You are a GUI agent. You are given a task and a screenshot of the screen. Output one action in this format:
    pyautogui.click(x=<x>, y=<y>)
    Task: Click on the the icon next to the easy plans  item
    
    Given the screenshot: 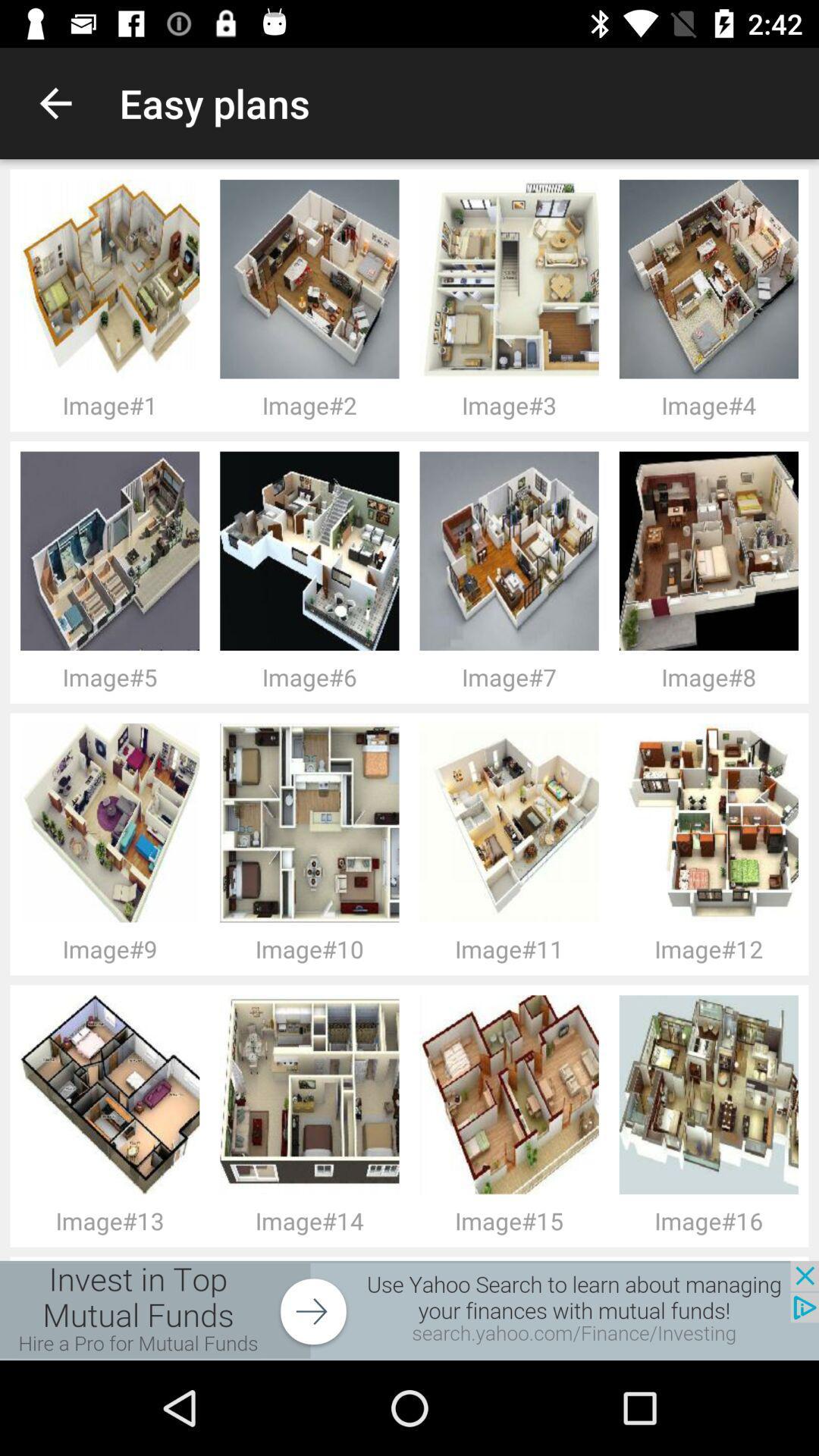 What is the action you would take?
    pyautogui.click(x=55, y=102)
    